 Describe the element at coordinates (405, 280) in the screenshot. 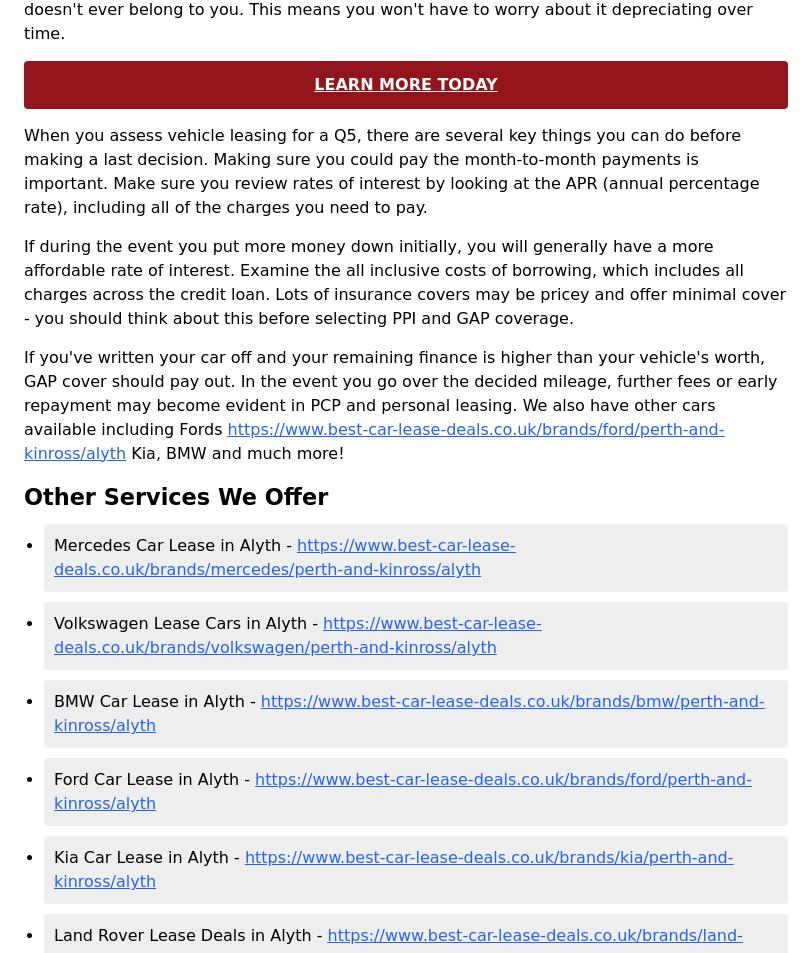

I see `'If during the event you put more money down initially, you will generally have a more affordable rate of interest. Examine the all inclusive costs of borrowing, which includes all charges across the credit loan. Lots of insurance covers may be pricey and offer minimal cover - you should think about this before selecting PPI and GAP coverage.'` at that location.